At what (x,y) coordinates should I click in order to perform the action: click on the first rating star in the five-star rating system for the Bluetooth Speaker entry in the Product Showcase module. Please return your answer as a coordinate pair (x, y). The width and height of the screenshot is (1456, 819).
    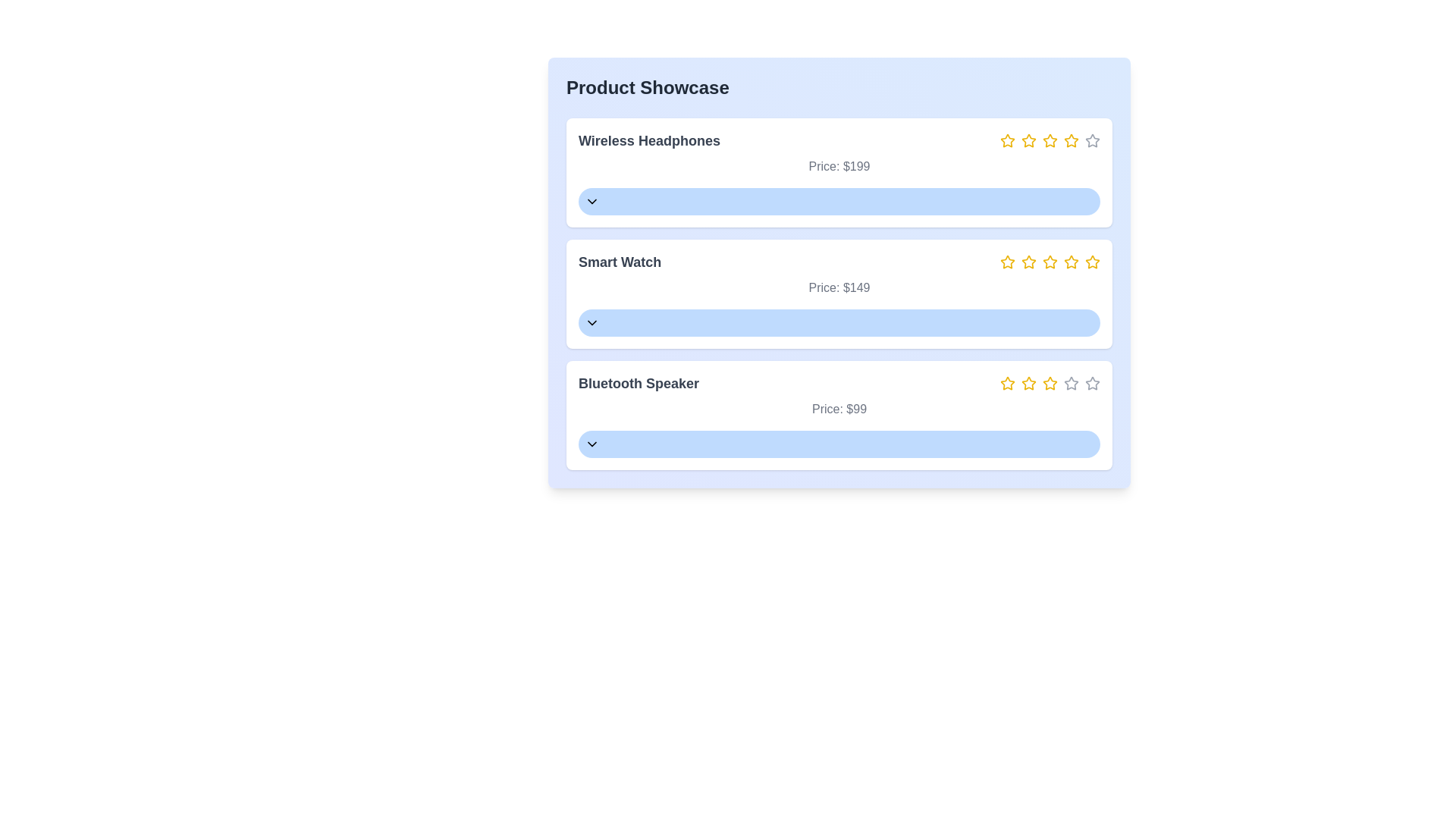
    Looking at the image, I should click on (1008, 382).